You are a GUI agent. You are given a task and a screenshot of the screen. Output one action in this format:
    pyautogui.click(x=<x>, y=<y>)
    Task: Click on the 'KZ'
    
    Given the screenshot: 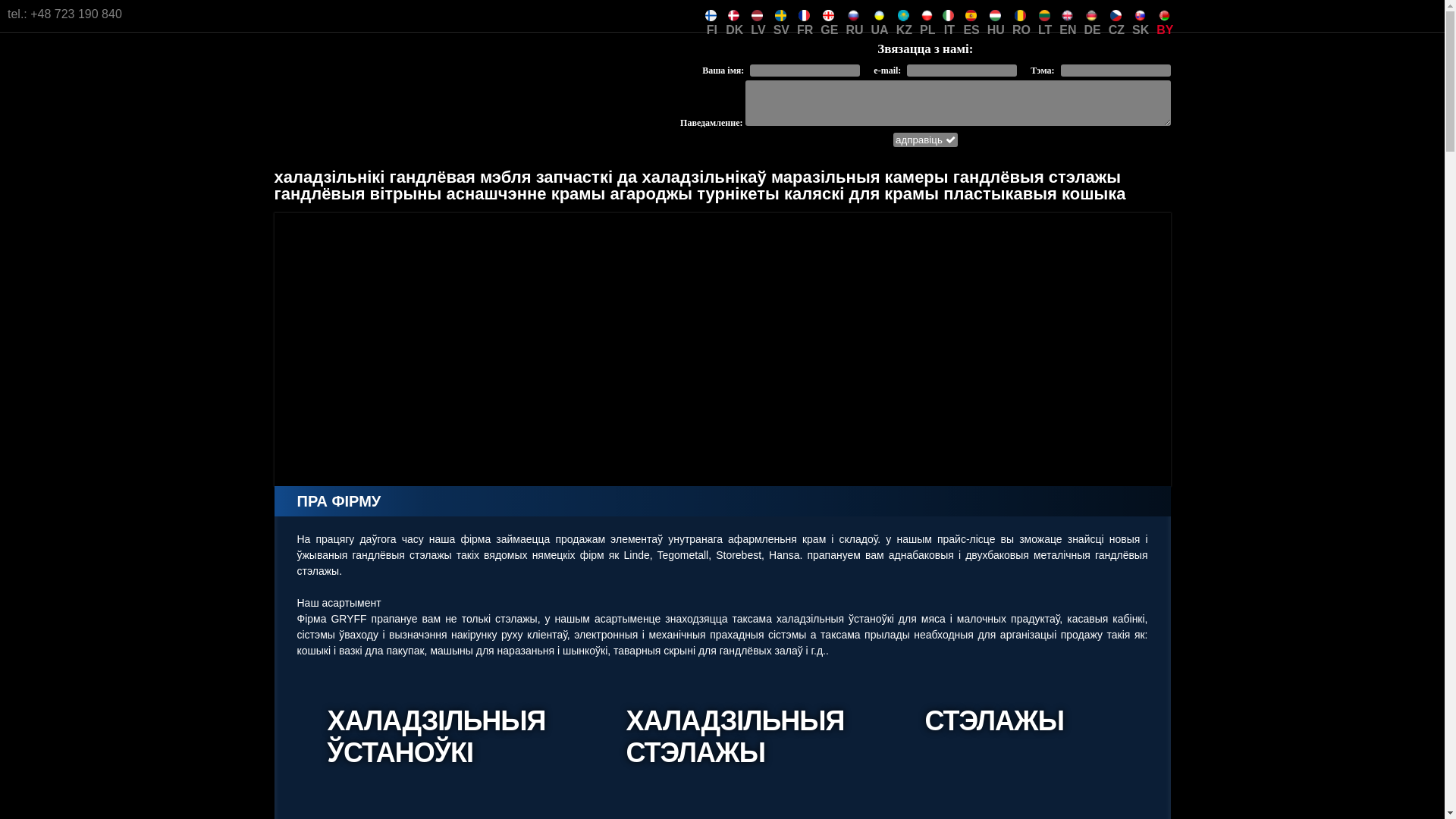 What is the action you would take?
    pyautogui.click(x=904, y=14)
    